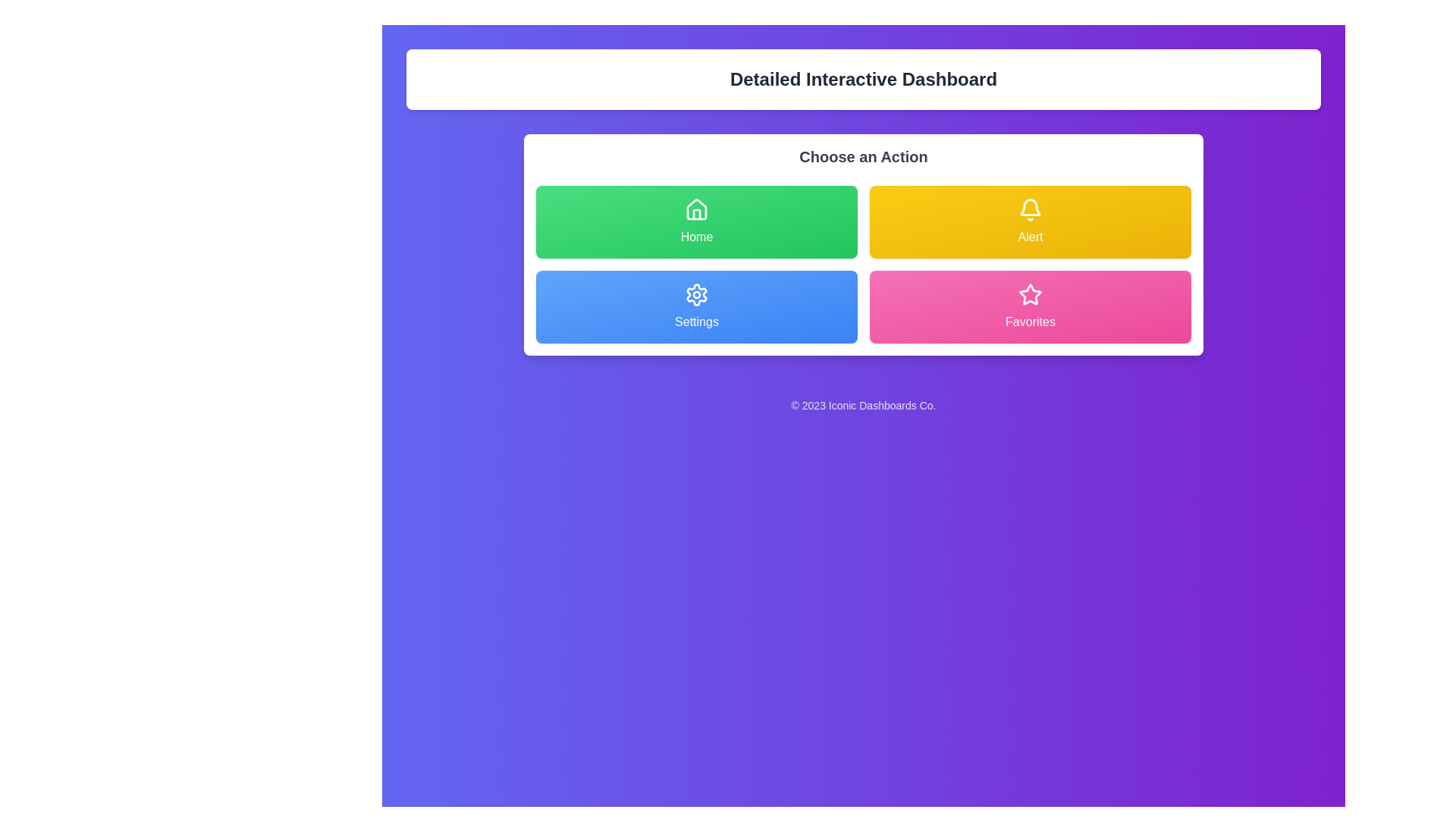 The height and width of the screenshot is (819, 1456). Describe the element at coordinates (695, 222) in the screenshot. I see `the navigation button in the top left corner of the 'Choose an Action' grid to trigger the shadow animation` at that location.